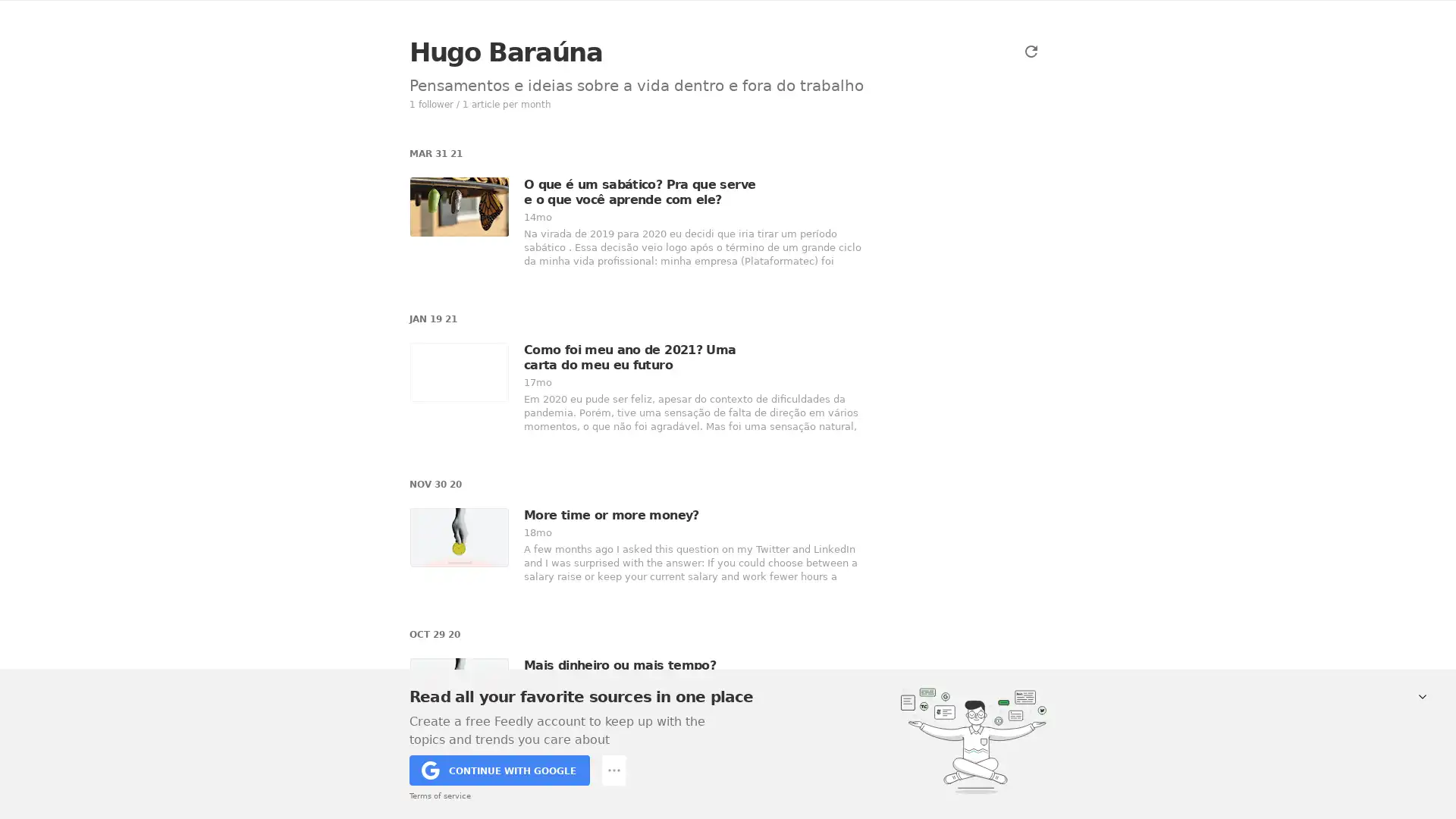 Image resolution: width=1456 pixels, height=819 pixels. Describe the element at coordinates (499, 770) in the screenshot. I see `CONTINUE WITH GOOGLE` at that location.